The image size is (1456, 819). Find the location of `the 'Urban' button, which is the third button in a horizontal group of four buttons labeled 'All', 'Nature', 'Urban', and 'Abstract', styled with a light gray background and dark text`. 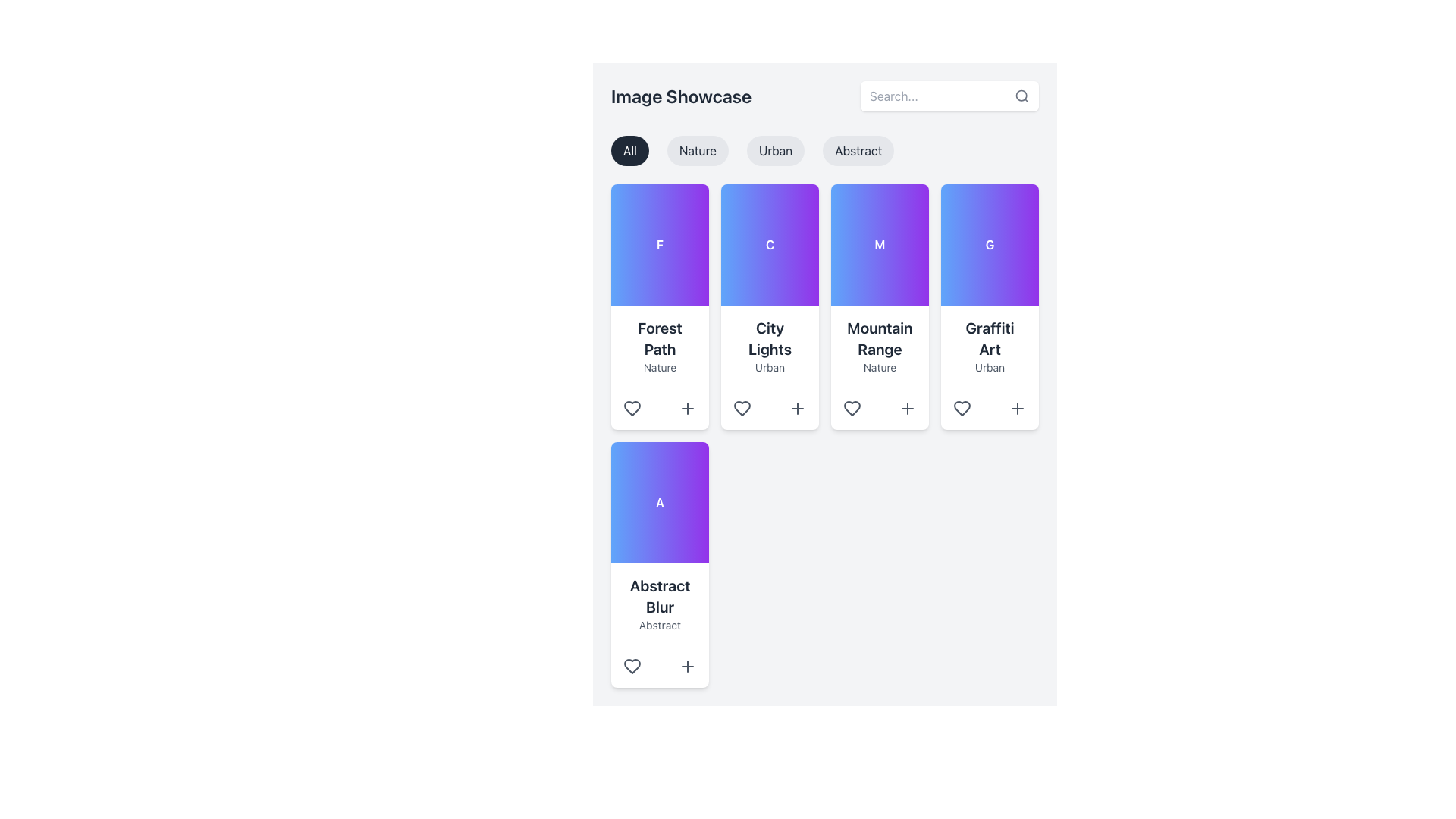

the 'Urban' button, which is the third button in a horizontal group of four buttons labeled 'All', 'Nature', 'Urban', and 'Abstract', styled with a light gray background and dark text is located at coordinates (776, 151).